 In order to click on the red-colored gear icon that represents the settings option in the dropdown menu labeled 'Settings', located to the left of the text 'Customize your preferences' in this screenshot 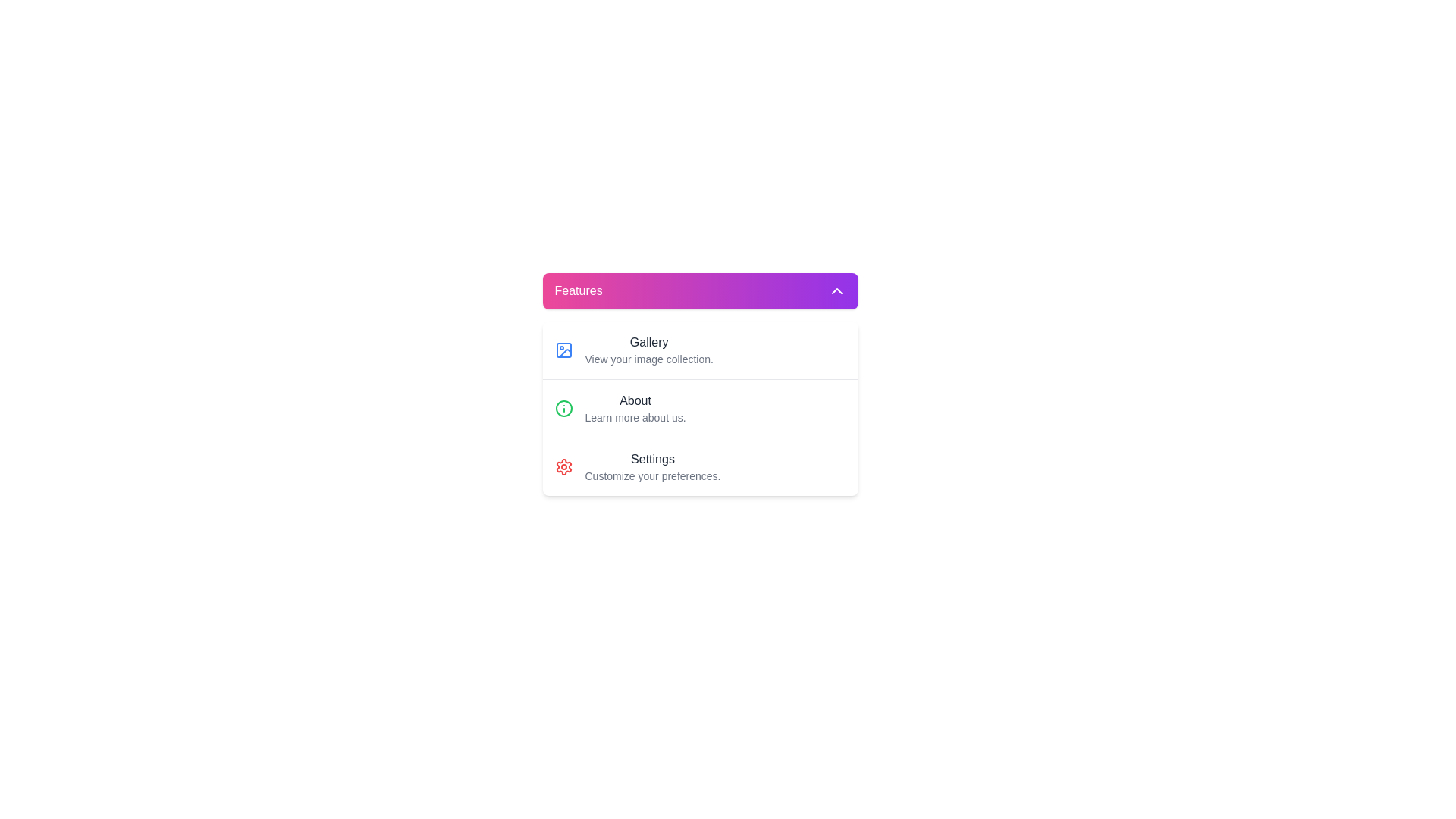, I will do `click(563, 466)`.